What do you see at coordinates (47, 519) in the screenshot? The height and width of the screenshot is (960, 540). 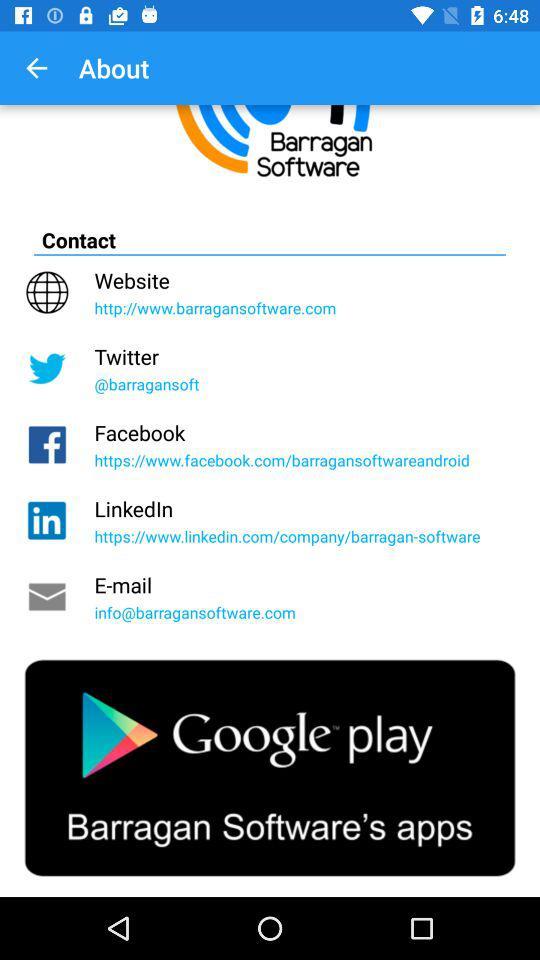 I see `the linkedin icon which is  just below the facebook icon` at bounding box center [47, 519].